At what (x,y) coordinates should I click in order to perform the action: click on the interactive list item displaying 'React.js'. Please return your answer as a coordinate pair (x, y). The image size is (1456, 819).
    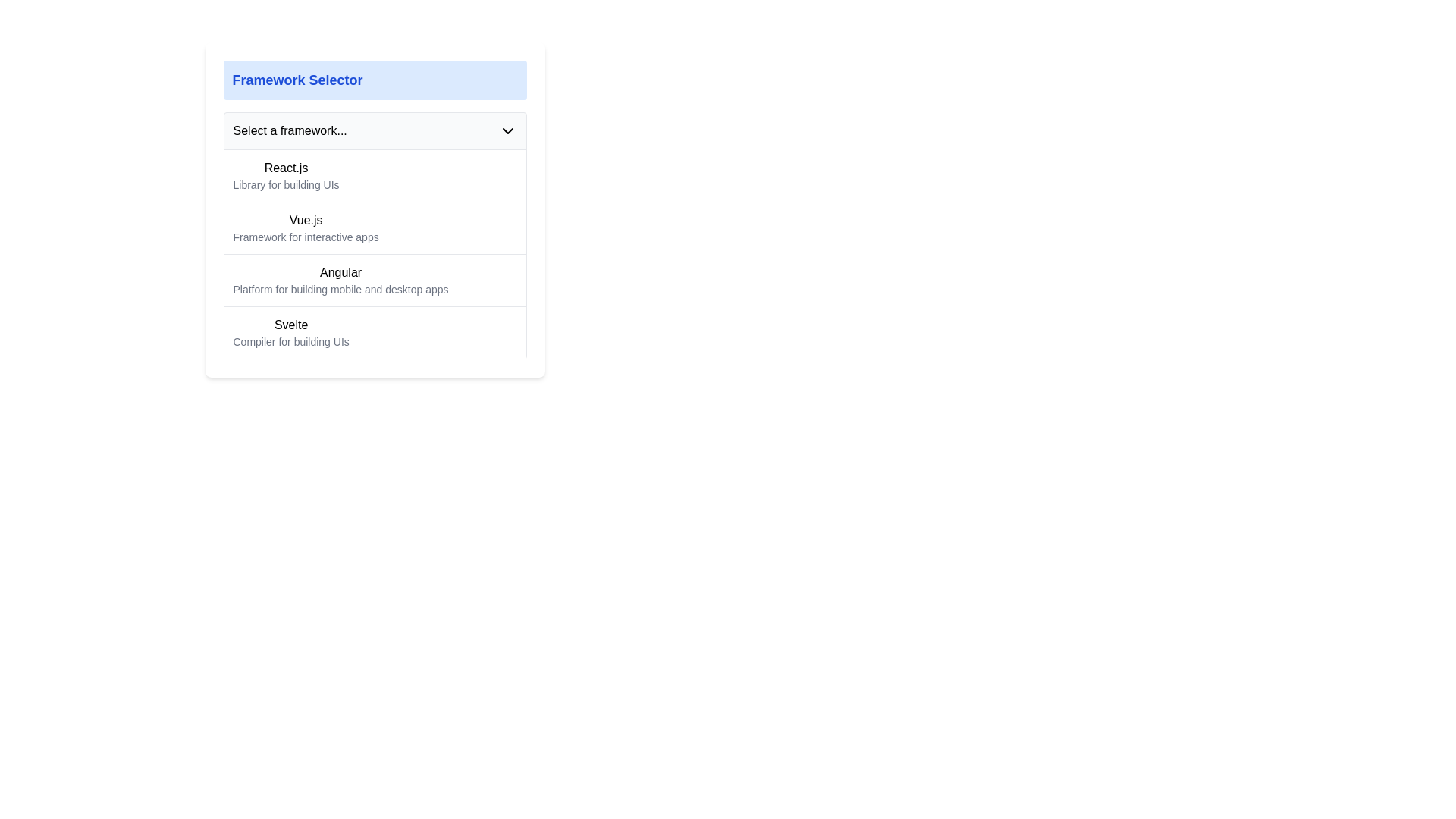
    Looking at the image, I should click on (375, 174).